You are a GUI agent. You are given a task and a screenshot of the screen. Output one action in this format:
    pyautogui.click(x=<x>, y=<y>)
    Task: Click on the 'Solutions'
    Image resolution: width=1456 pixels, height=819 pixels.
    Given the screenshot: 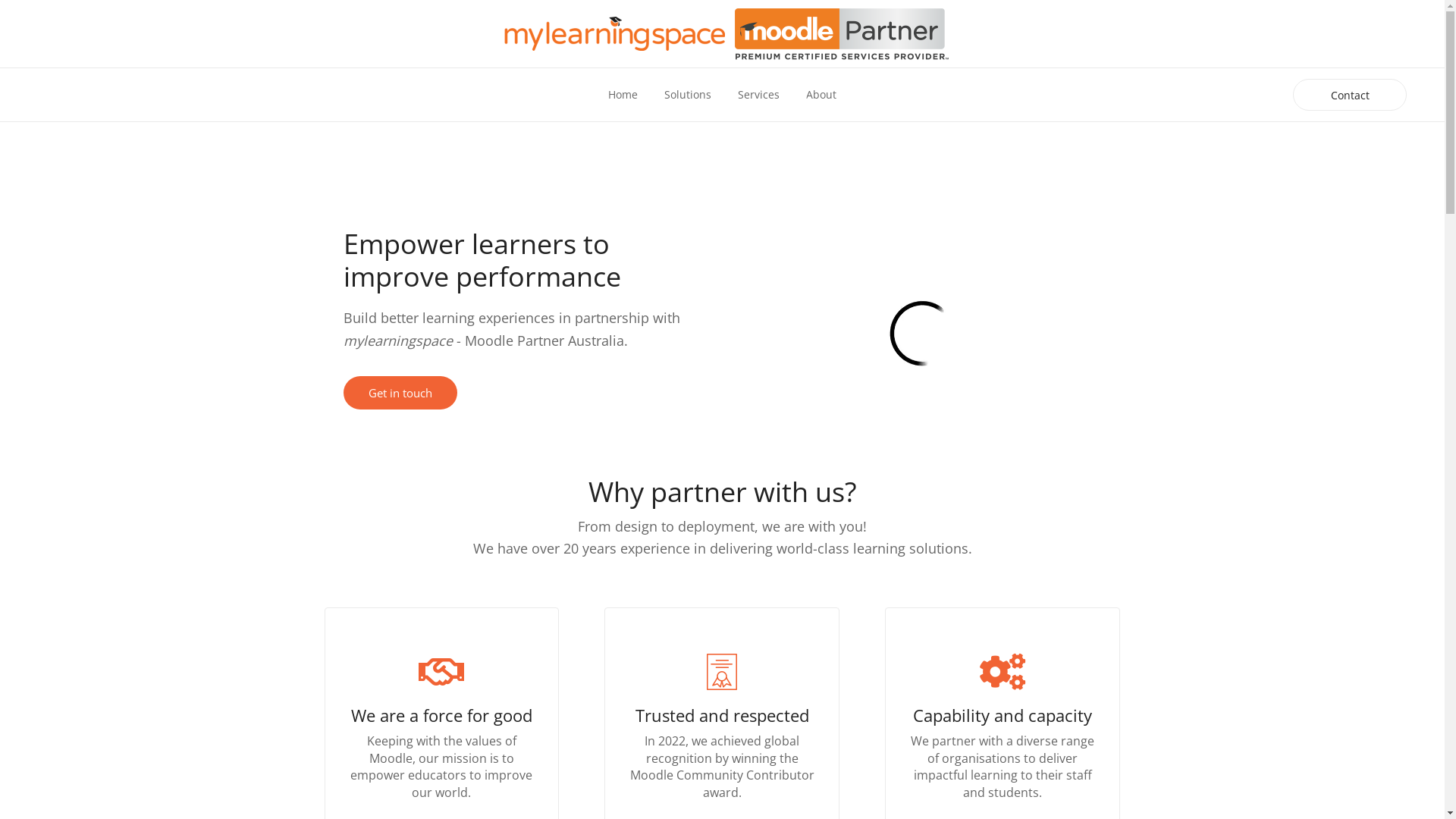 What is the action you would take?
    pyautogui.click(x=664, y=94)
    